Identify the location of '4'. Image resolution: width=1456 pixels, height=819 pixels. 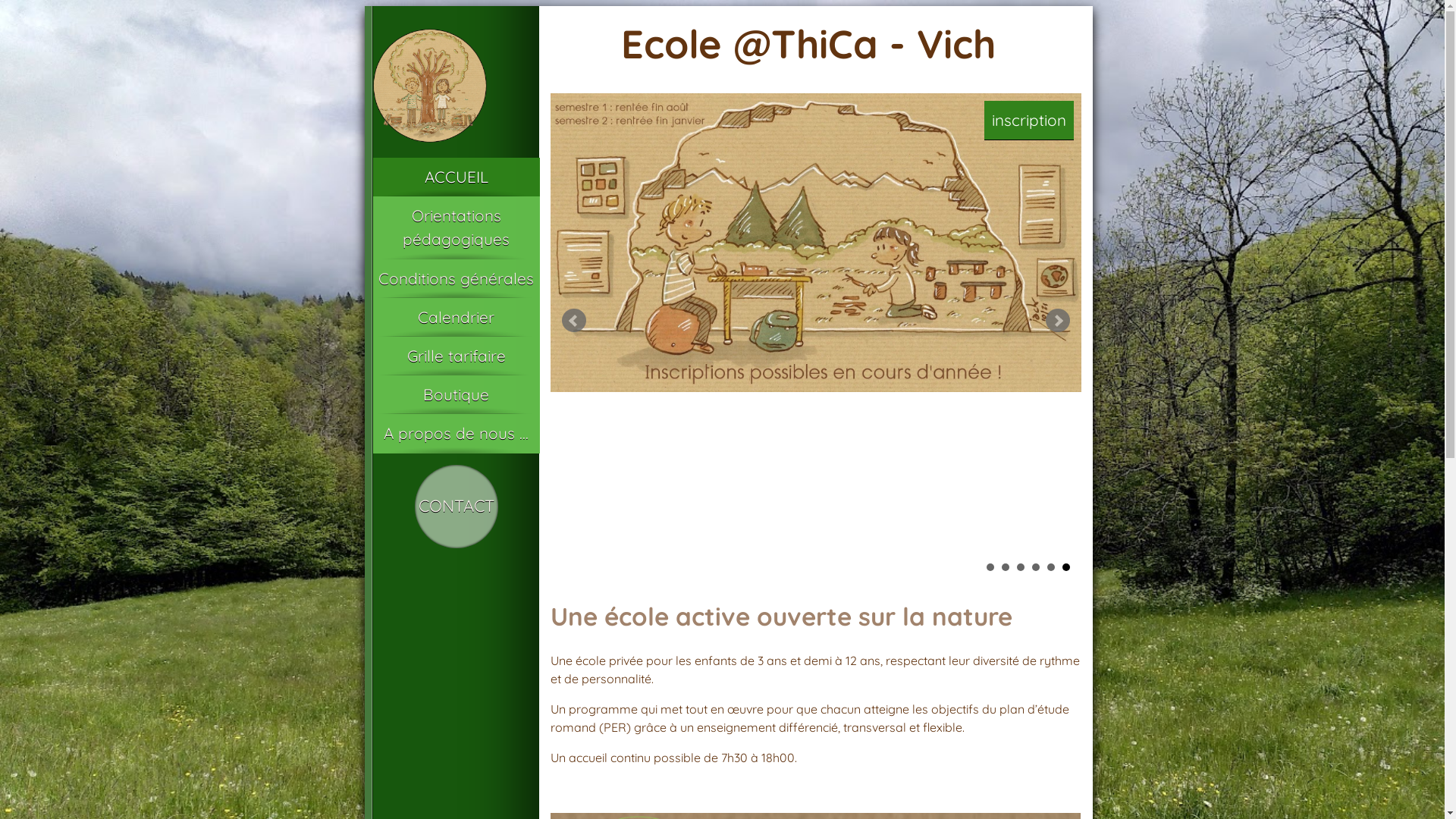
(1034, 567).